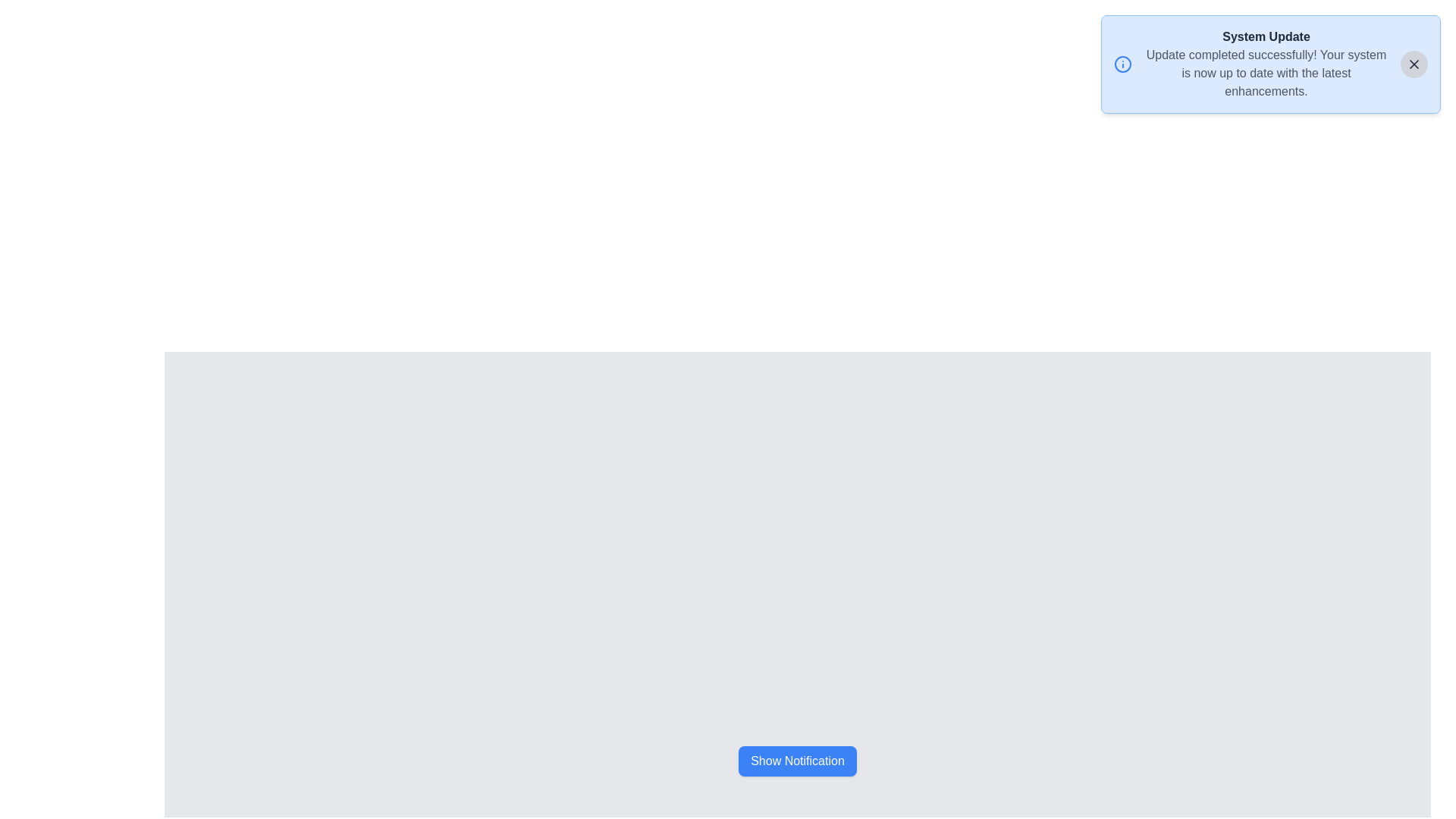  I want to click on the information icon to access further actions, so click(1123, 63).